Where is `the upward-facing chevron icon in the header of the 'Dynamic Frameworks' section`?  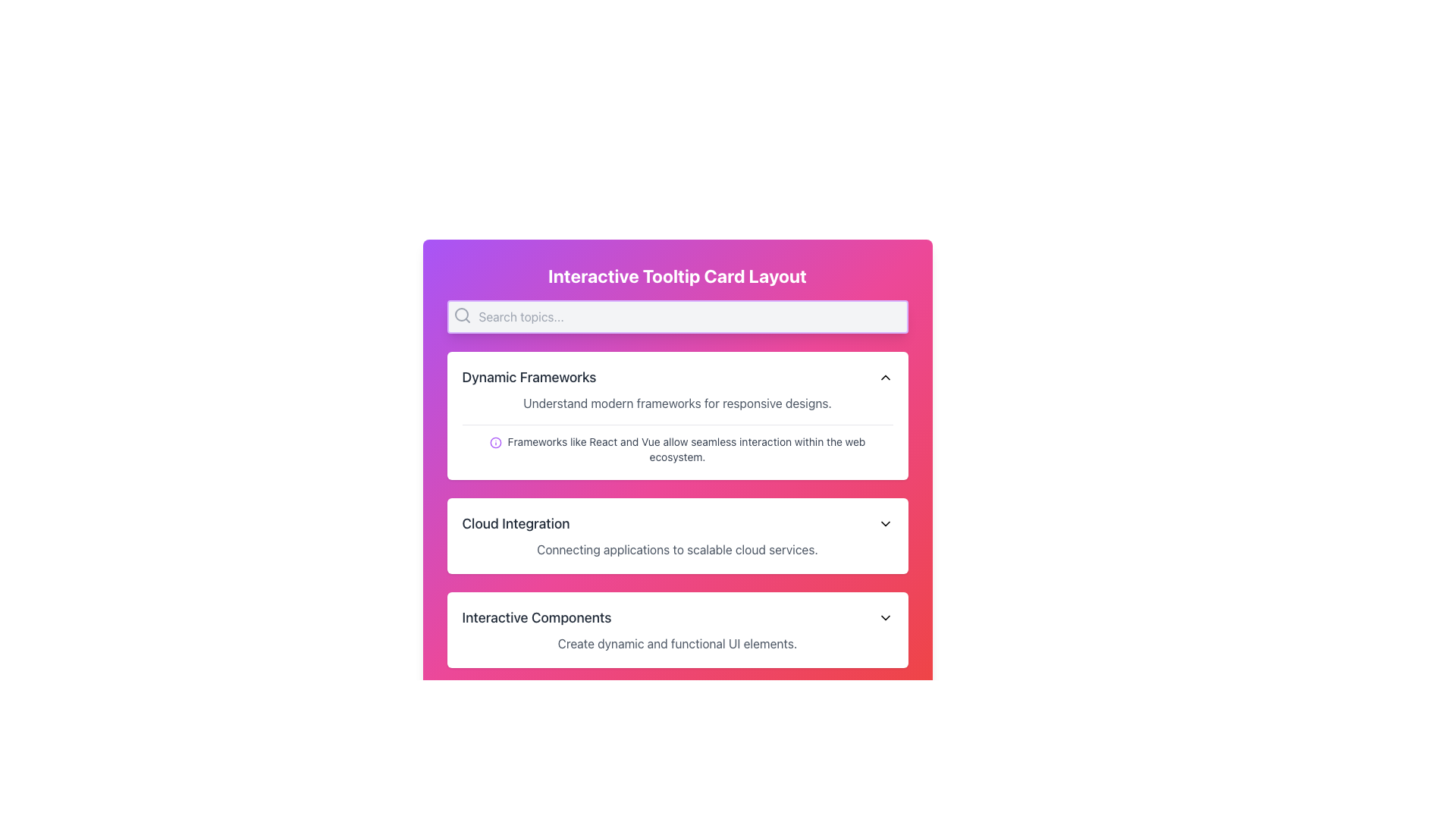
the upward-facing chevron icon in the header of the 'Dynamic Frameworks' section is located at coordinates (885, 376).